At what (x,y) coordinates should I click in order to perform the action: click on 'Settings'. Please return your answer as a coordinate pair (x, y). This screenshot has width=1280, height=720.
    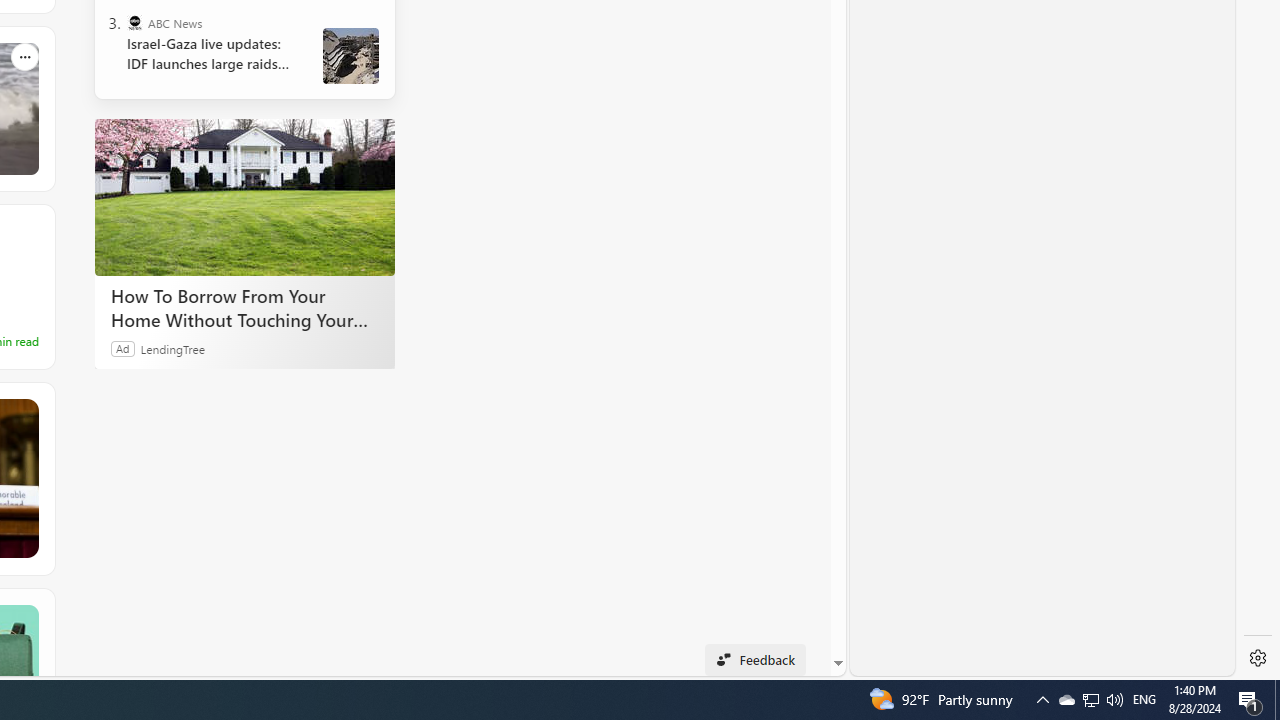
    Looking at the image, I should click on (1257, 658).